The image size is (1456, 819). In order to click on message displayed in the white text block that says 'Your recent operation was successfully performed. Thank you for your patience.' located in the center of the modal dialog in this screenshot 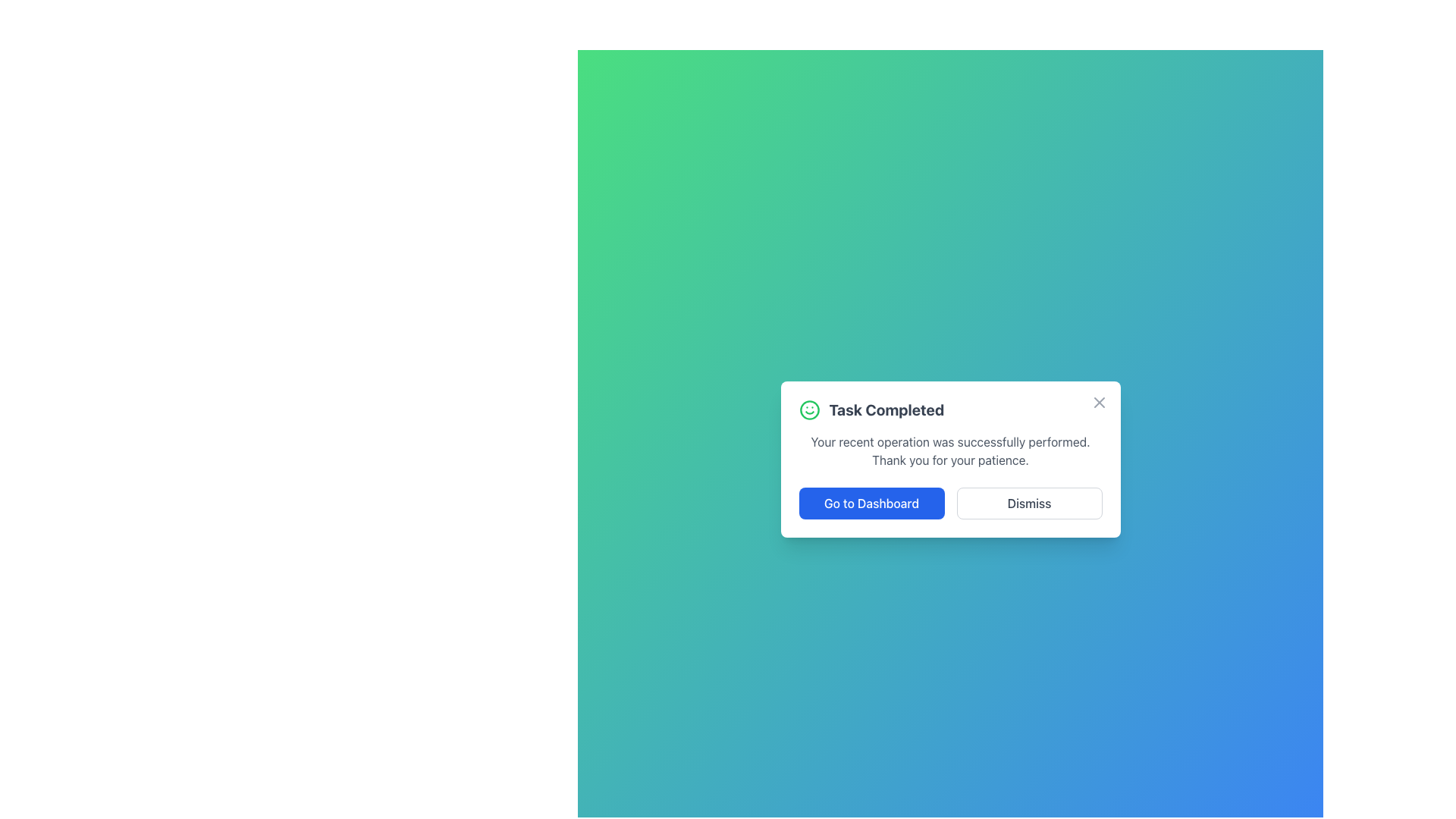, I will do `click(949, 450)`.